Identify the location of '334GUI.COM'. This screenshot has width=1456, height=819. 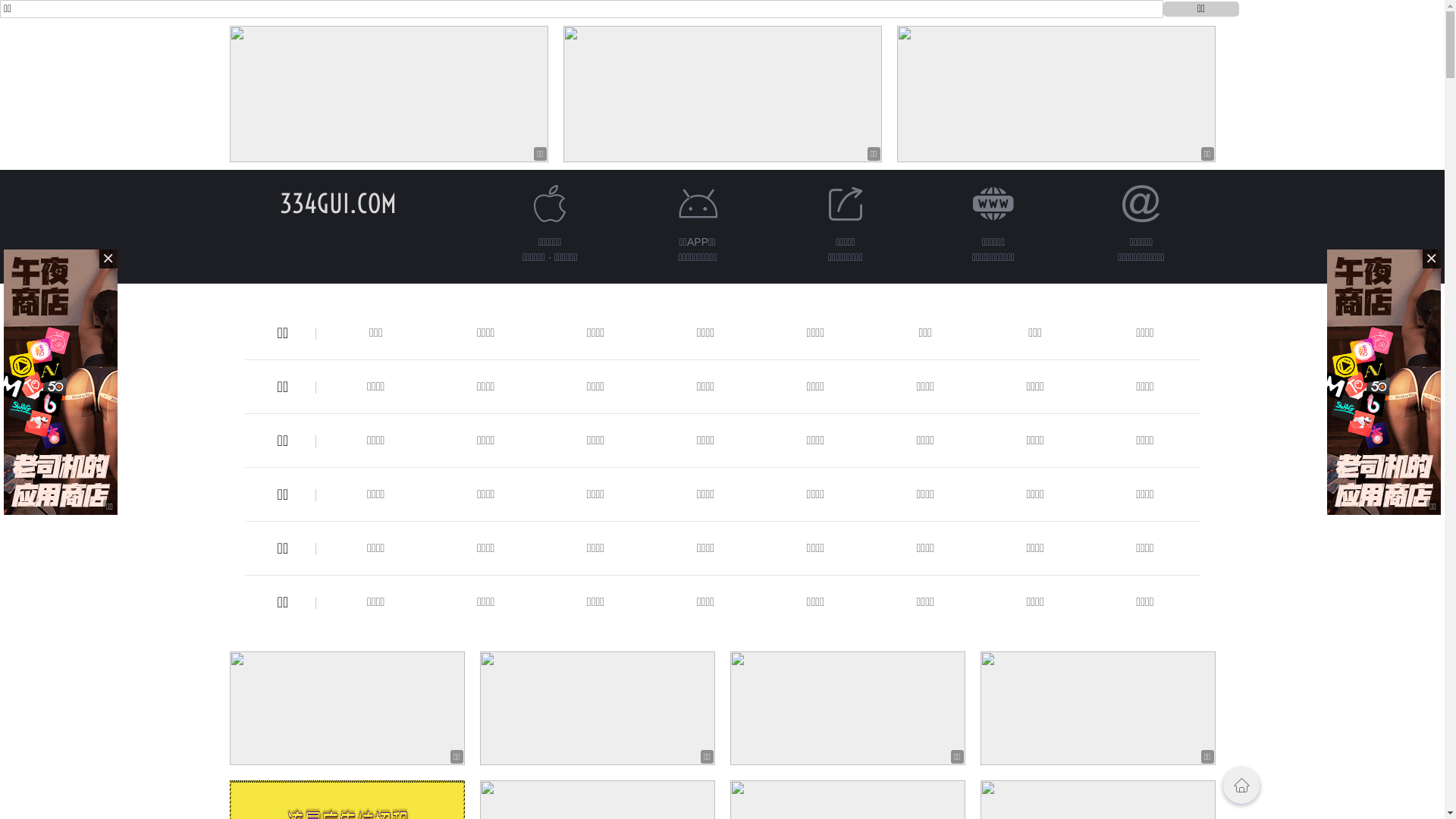
(337, 202).